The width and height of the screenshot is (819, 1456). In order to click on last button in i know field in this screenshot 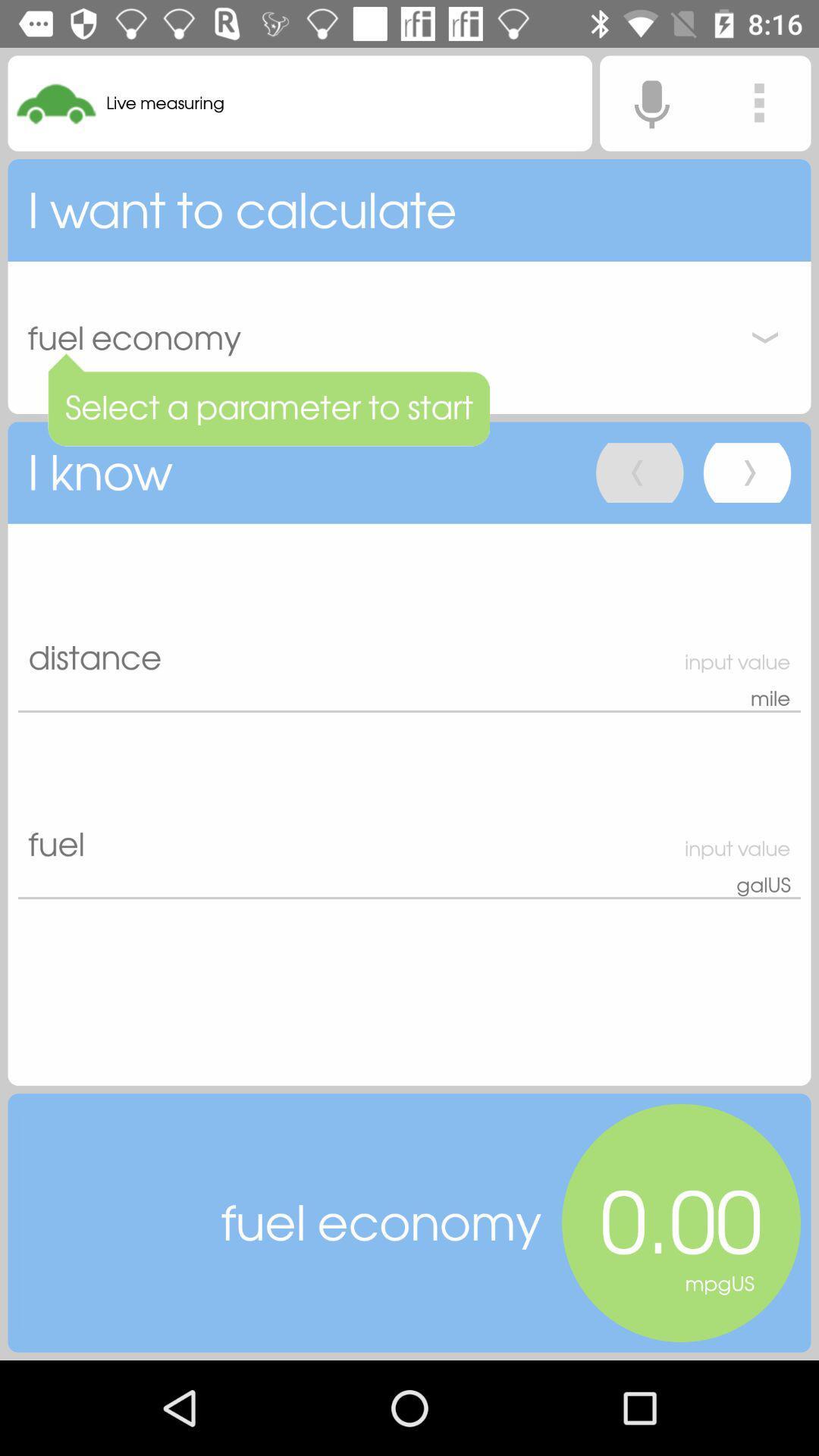, I will do `click(746, 472)`.